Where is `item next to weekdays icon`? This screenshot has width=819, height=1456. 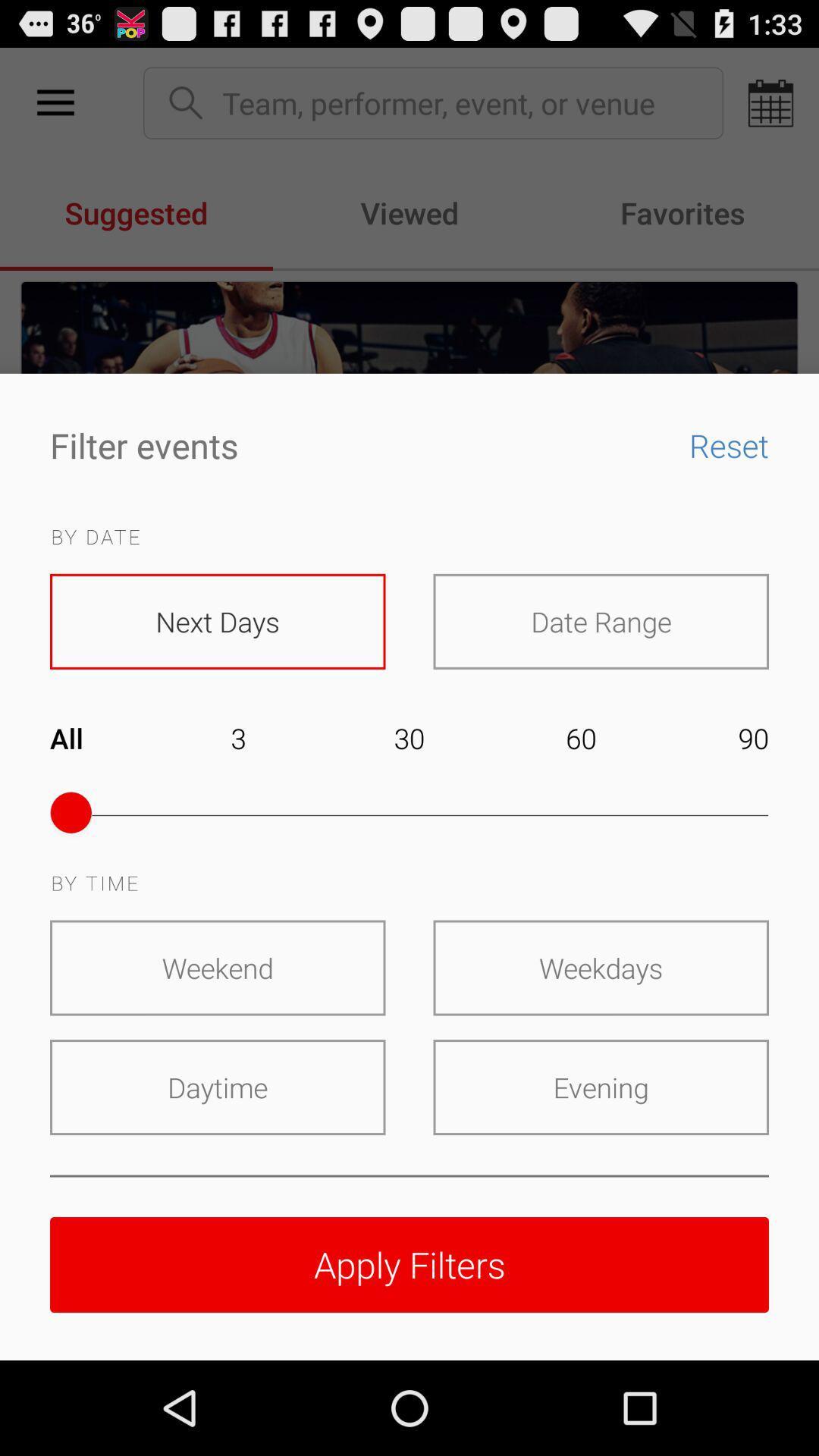
item next to weekdays icon is located at coordinates (218, 967).